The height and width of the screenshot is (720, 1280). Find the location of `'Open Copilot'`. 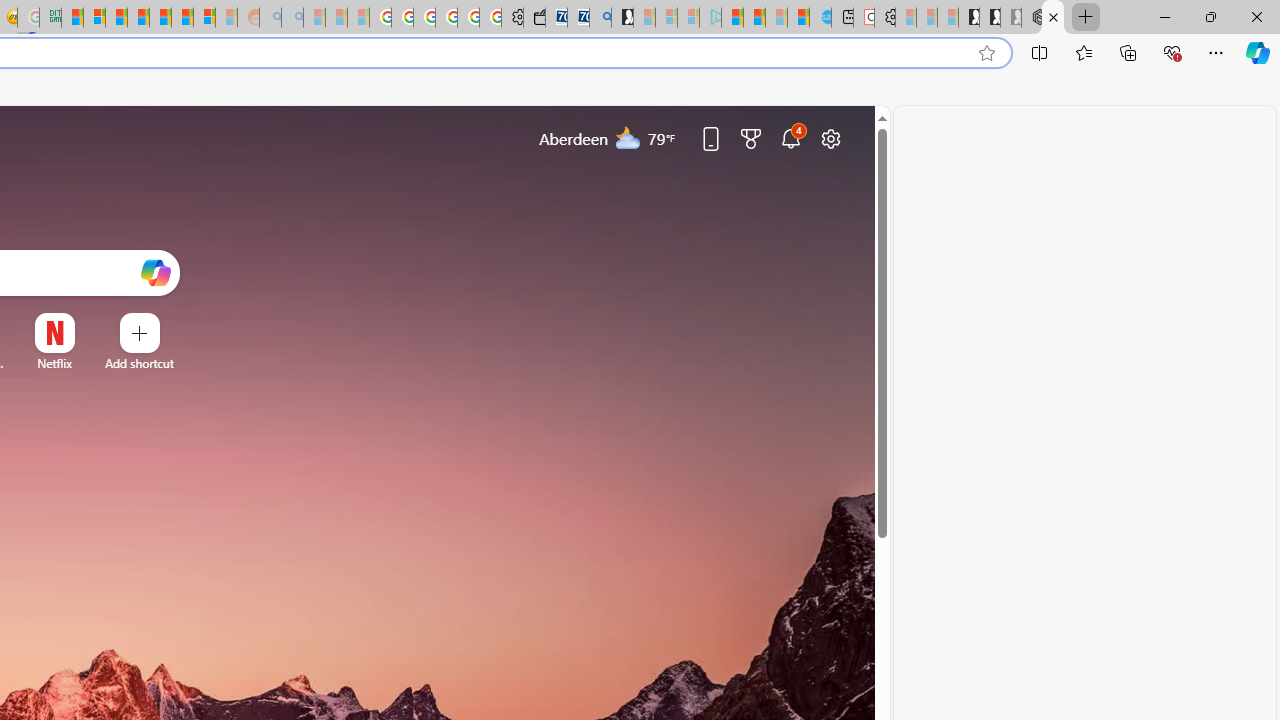

'Open Copilot' is located at coordinates (154, 273).